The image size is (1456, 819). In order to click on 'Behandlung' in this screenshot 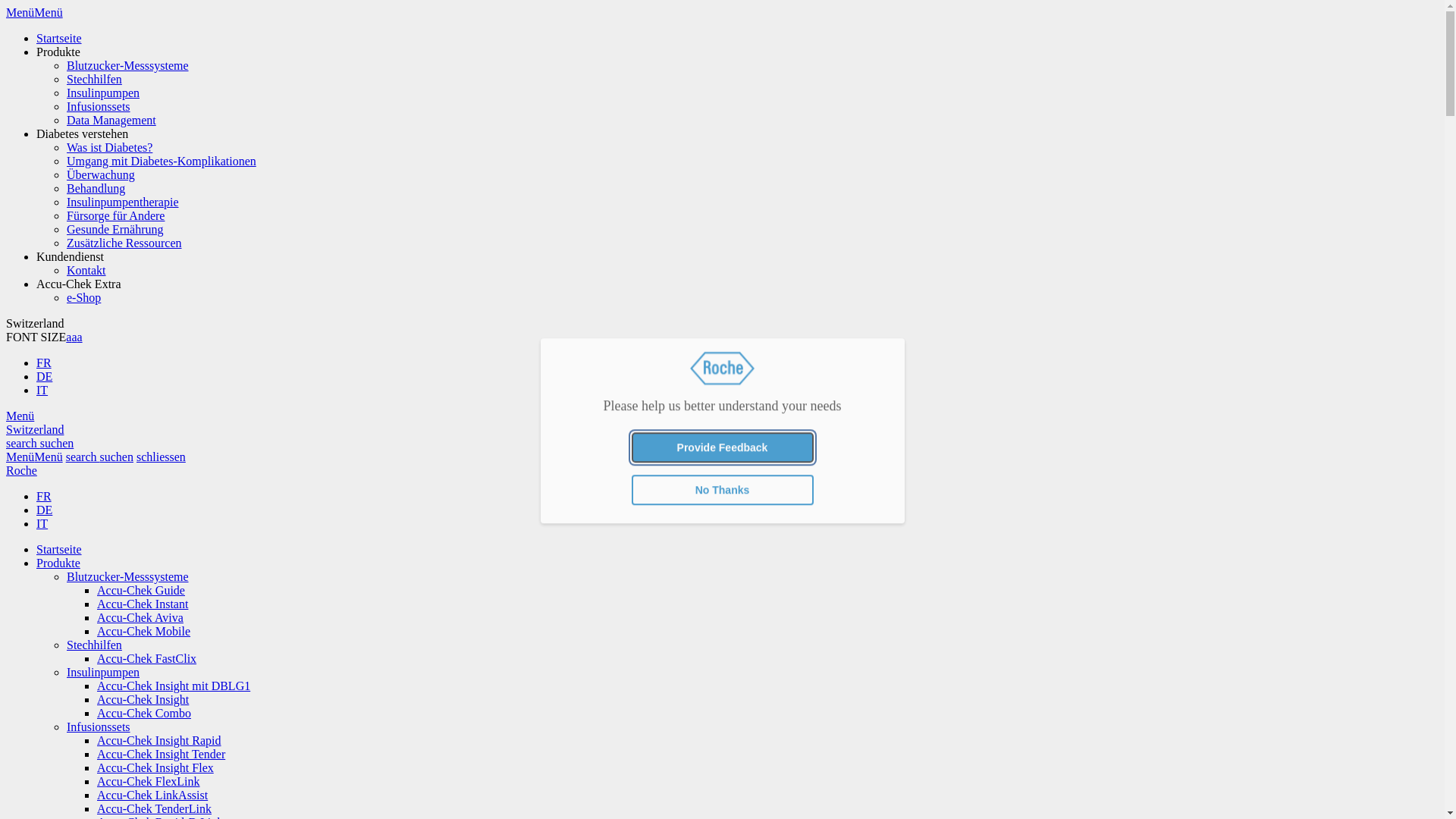, I will do `click(95, 187)`.